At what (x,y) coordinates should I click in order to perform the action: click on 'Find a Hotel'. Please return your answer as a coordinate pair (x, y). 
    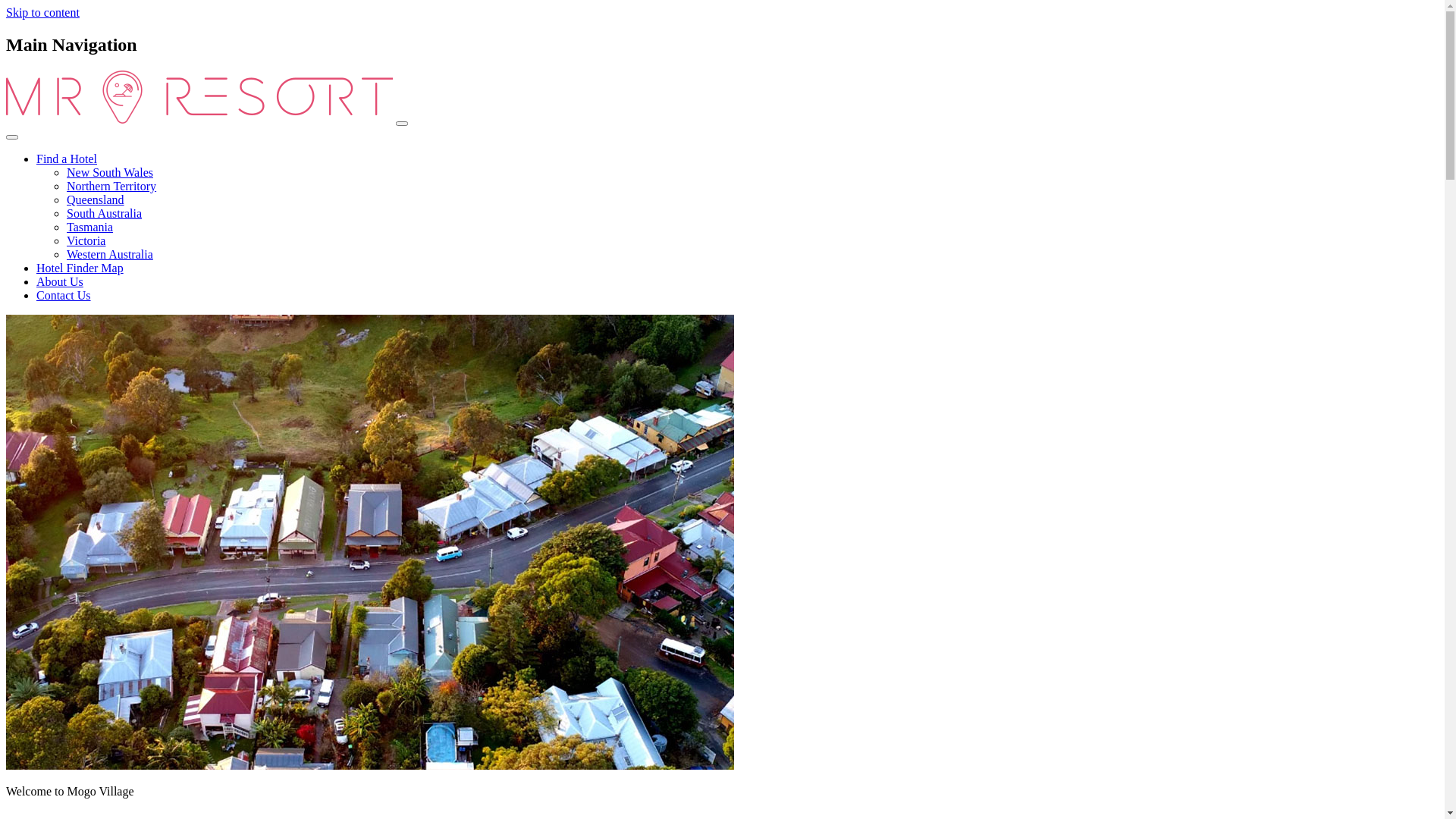
    Looking at the image, I should click on (65, 158).